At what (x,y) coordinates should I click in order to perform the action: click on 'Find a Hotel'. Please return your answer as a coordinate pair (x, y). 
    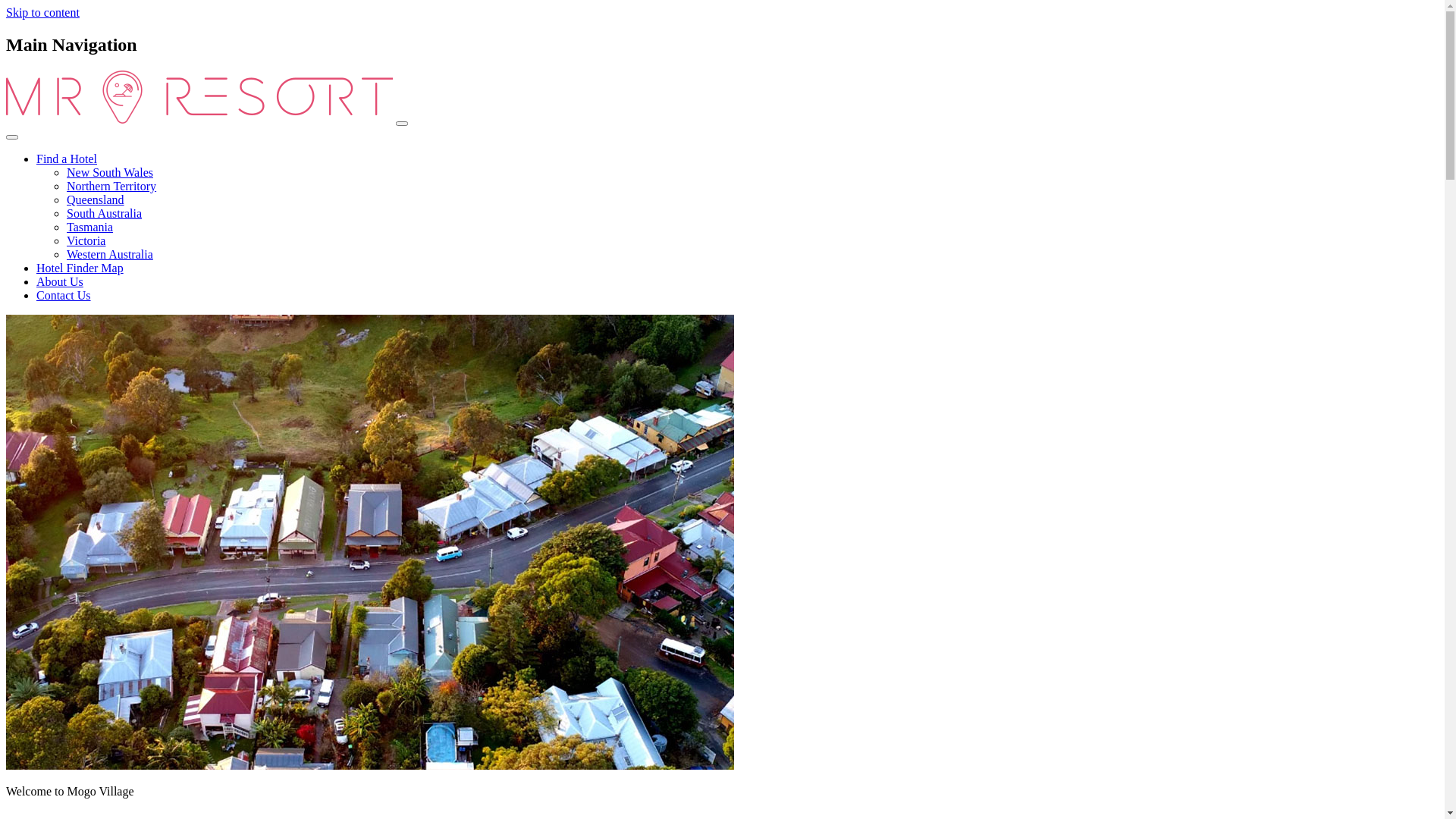
    Looking at the image, I should click on (65, 158).